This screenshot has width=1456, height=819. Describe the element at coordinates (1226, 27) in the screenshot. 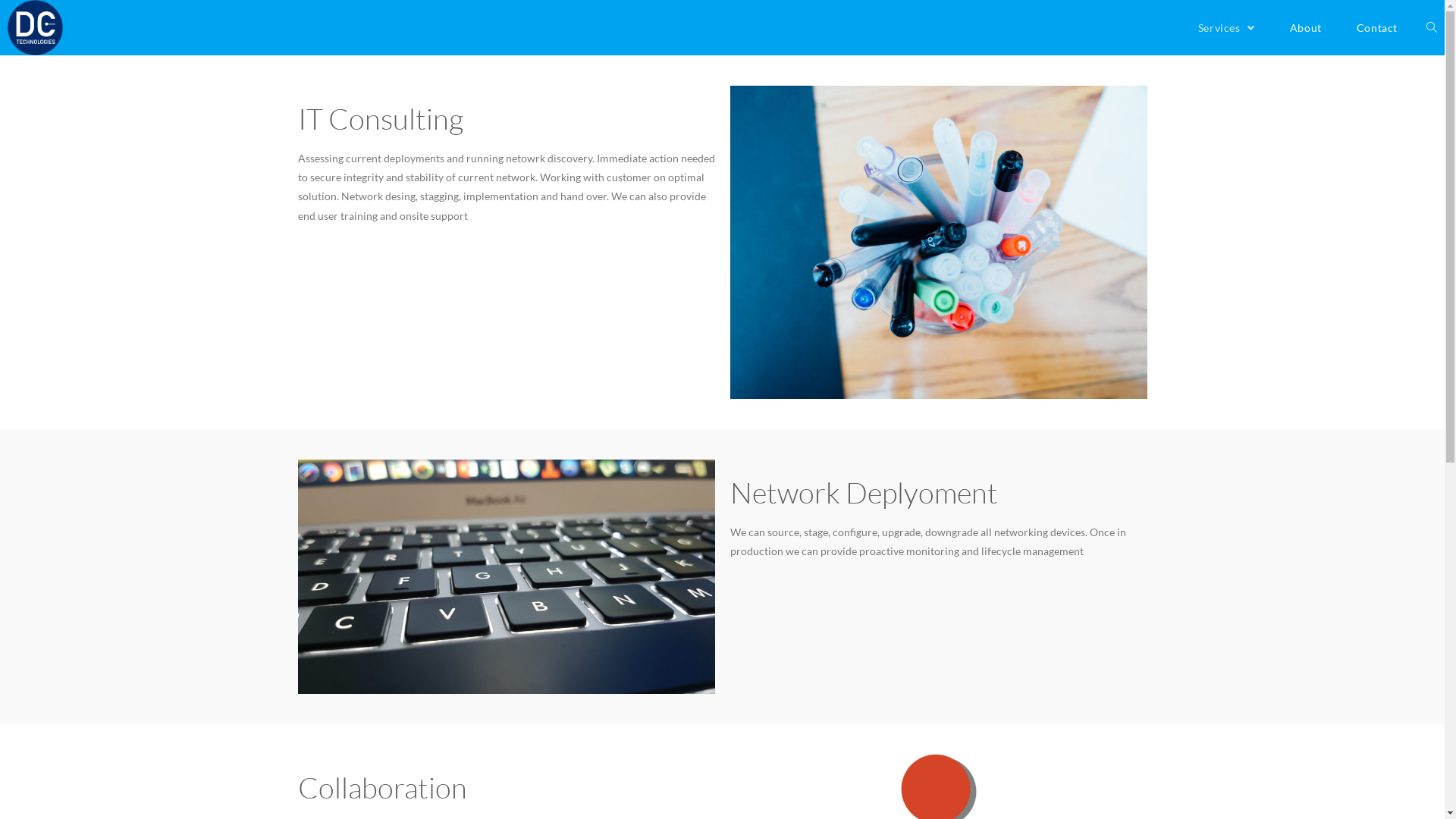

I see `'Services'` at that location.